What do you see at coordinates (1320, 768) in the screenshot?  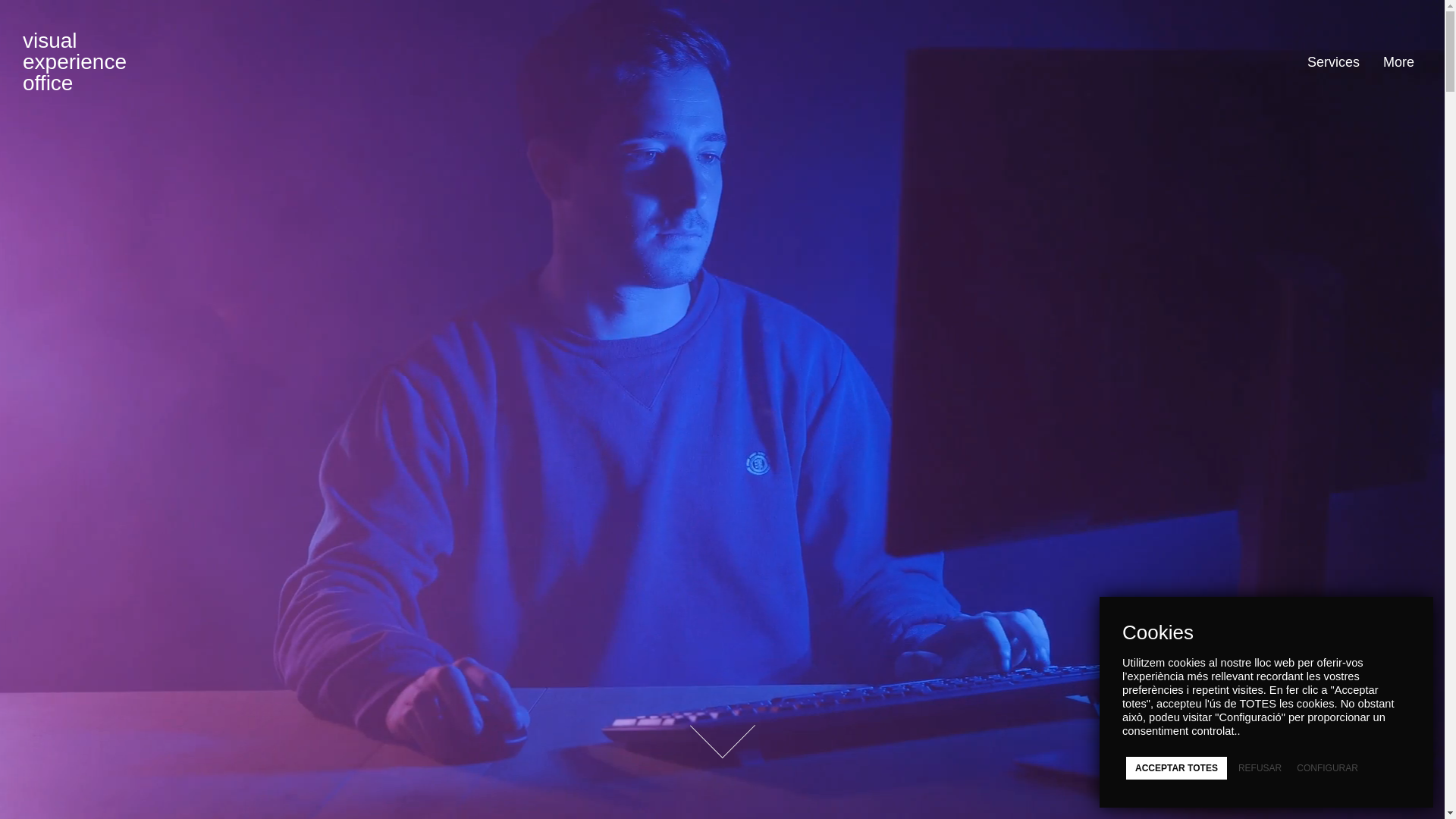 I see `'CONFIGURAR'` at bounding box center [1320, 768].